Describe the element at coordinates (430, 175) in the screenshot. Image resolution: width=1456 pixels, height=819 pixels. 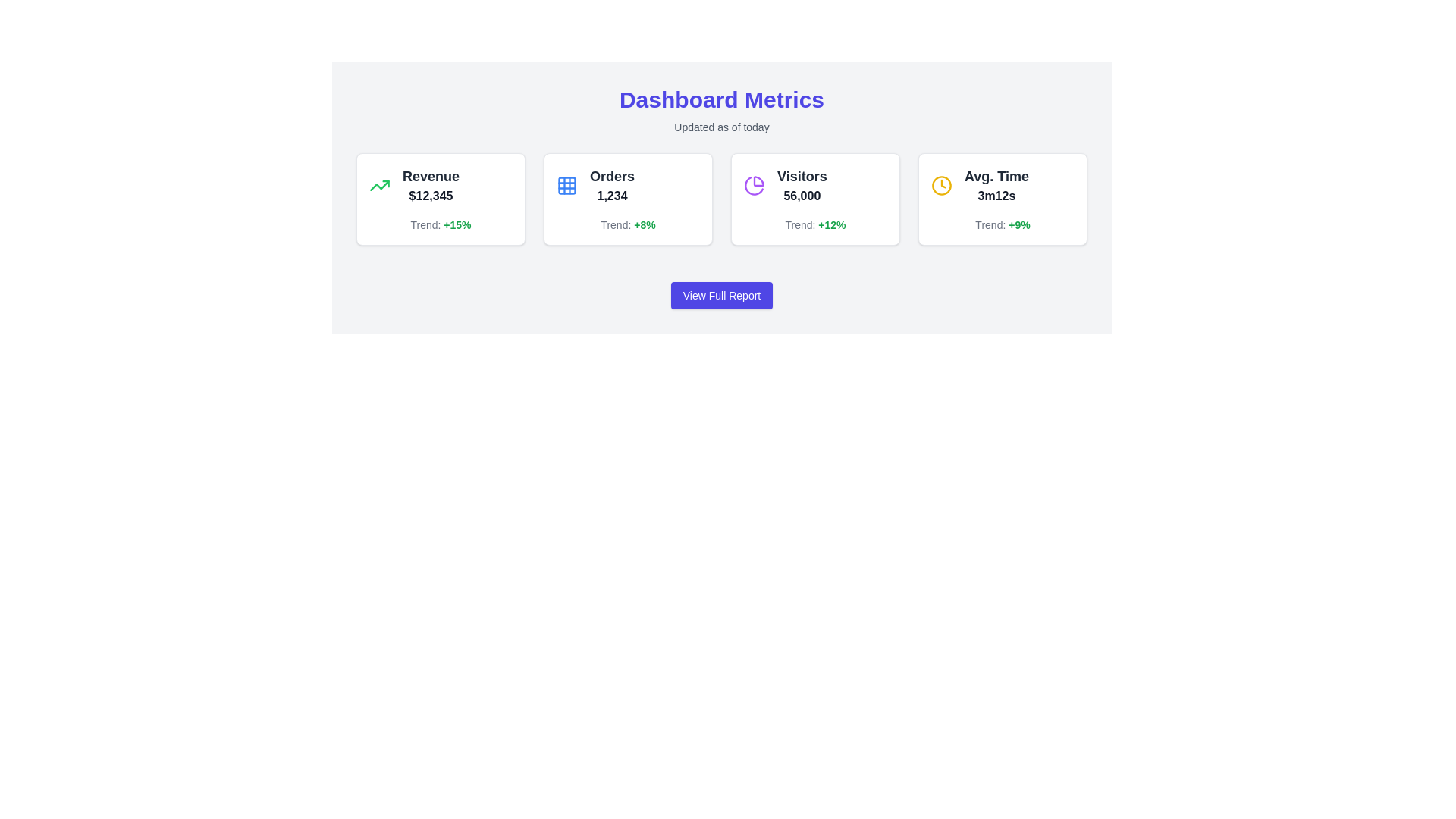
I see `text label indicating revenue located at the top-left of the first card in the dashboard` at that location.